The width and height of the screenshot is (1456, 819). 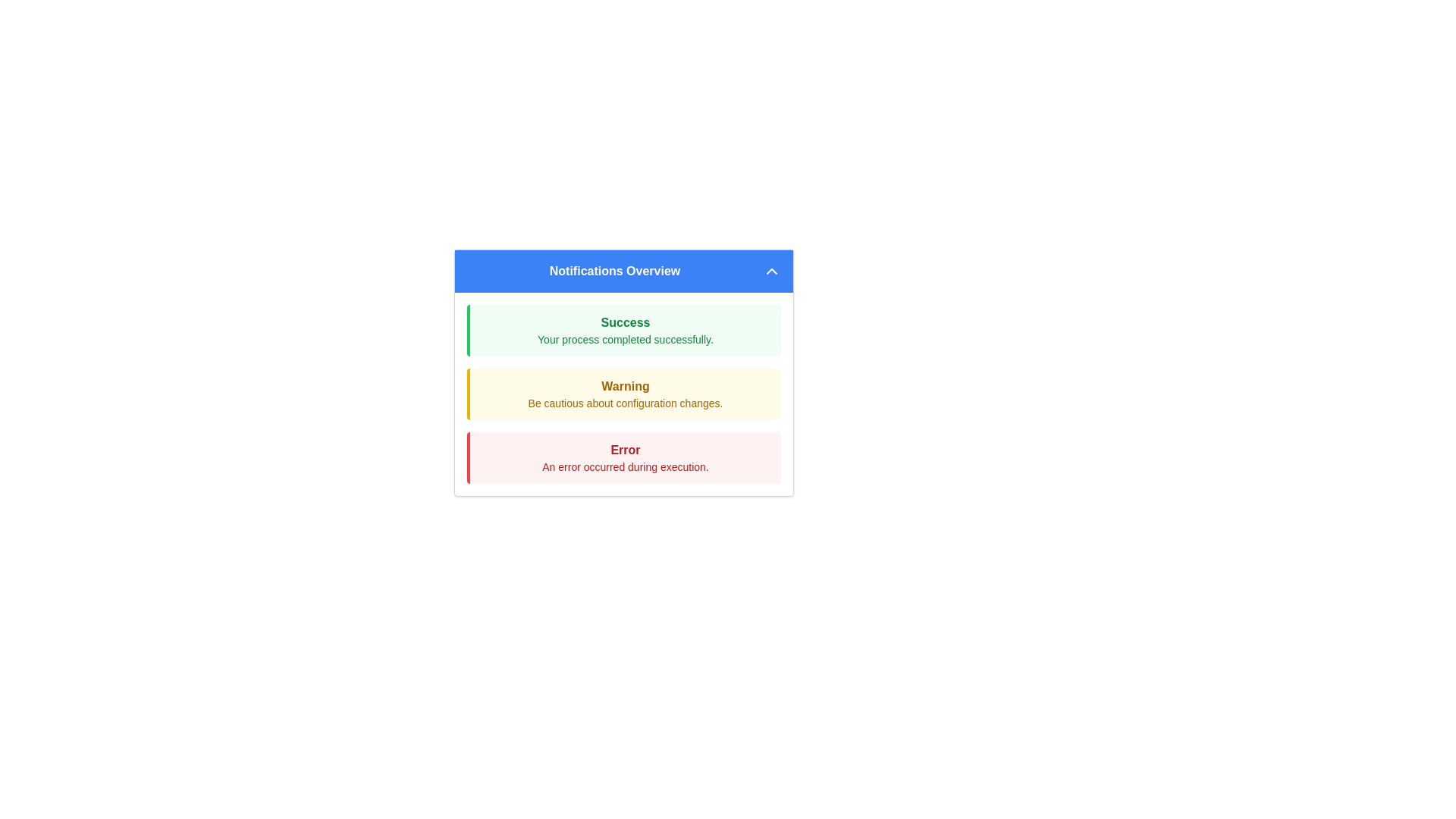 I want to click on the static text element that serves as a warning category title within the notification box, which has a yellow border and background, so click(x=626, y=385).